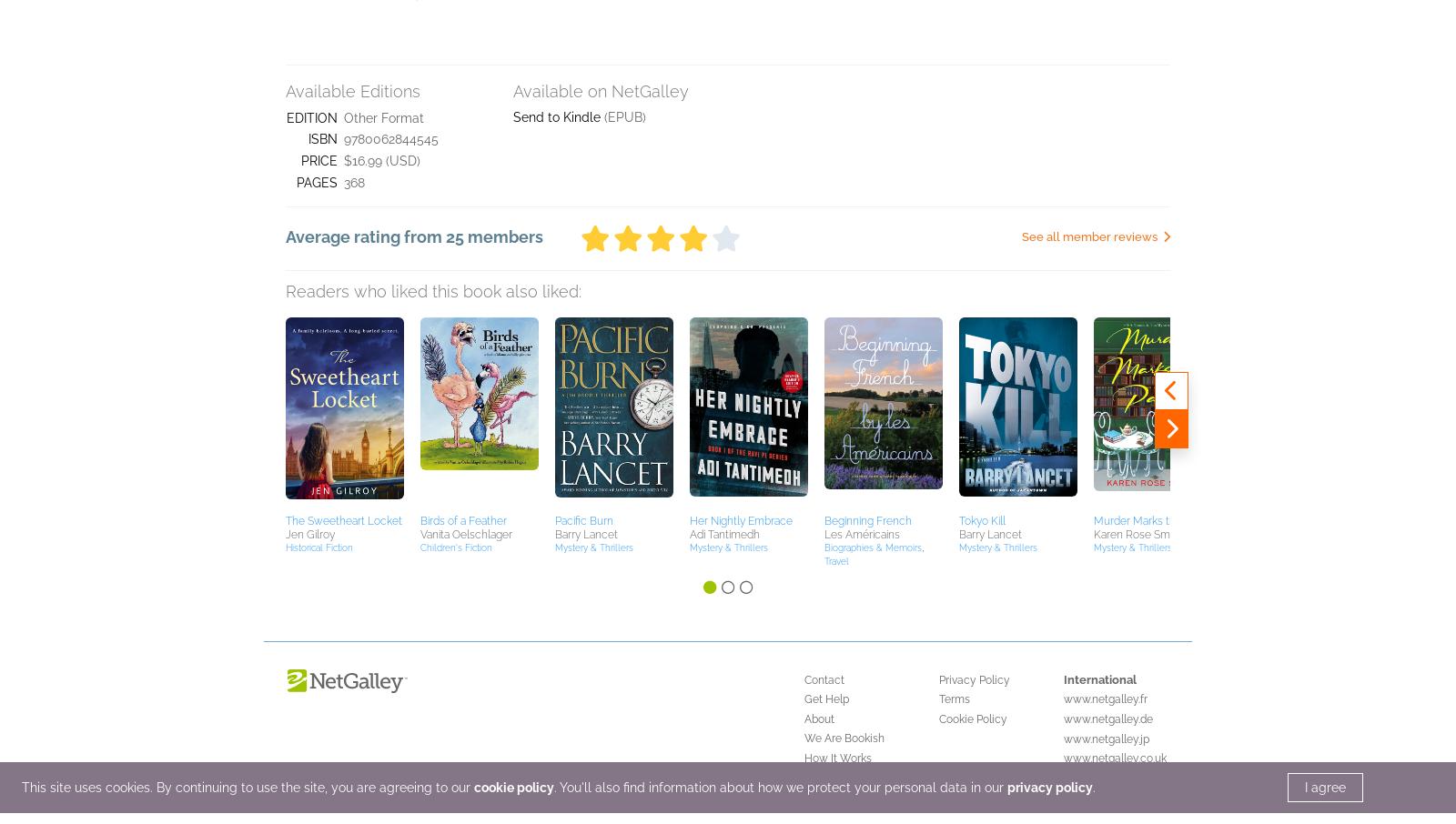  Describe the element at coordinates (1093, 59) in the screenshot. I see `'.'` at that location.